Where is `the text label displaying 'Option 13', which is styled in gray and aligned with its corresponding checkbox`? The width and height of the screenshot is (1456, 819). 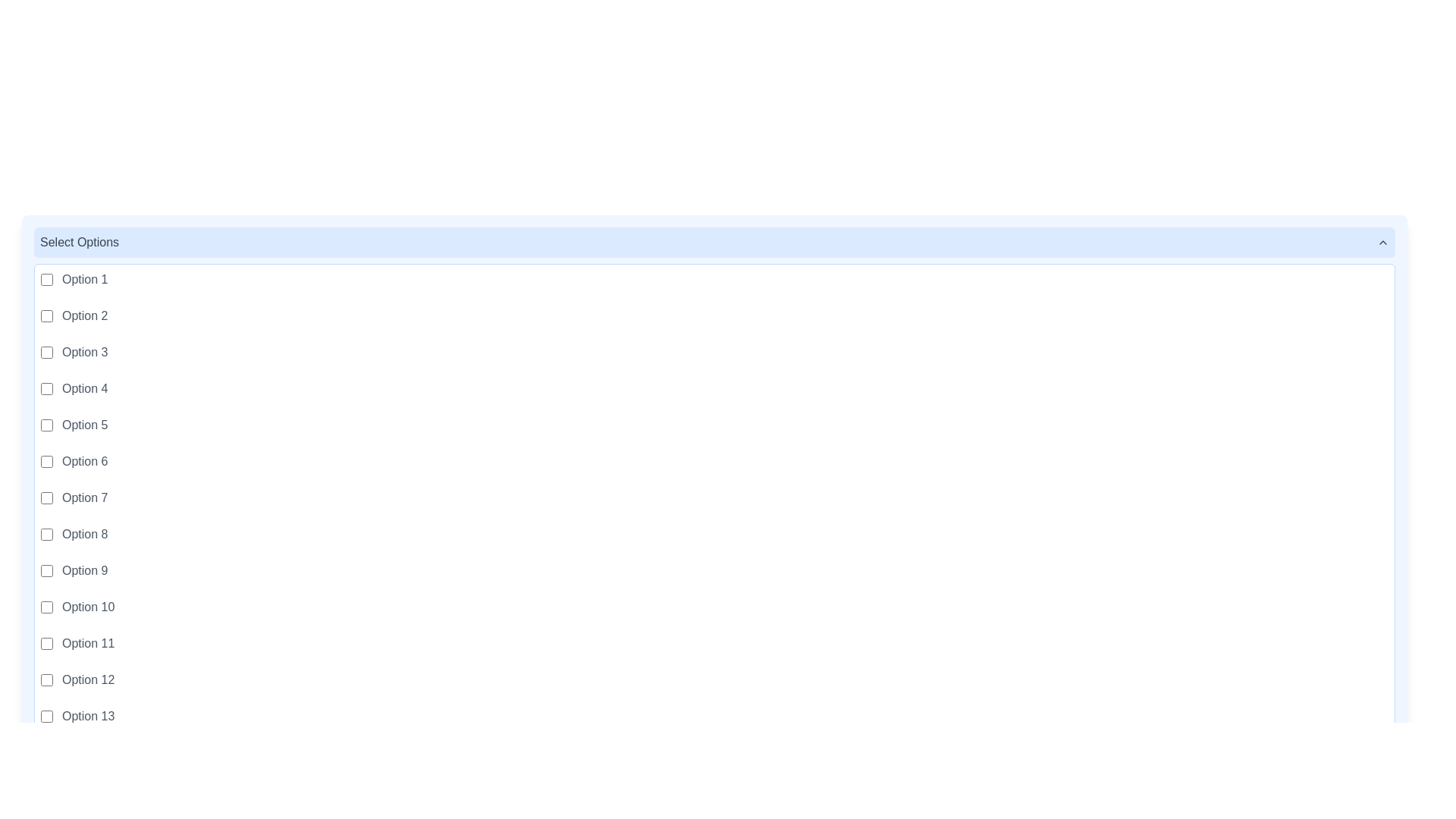
the text label displaying 'Option 13', which is styled in gray and aligned with its corresponding checkbox is located at coordinates (87, 717).